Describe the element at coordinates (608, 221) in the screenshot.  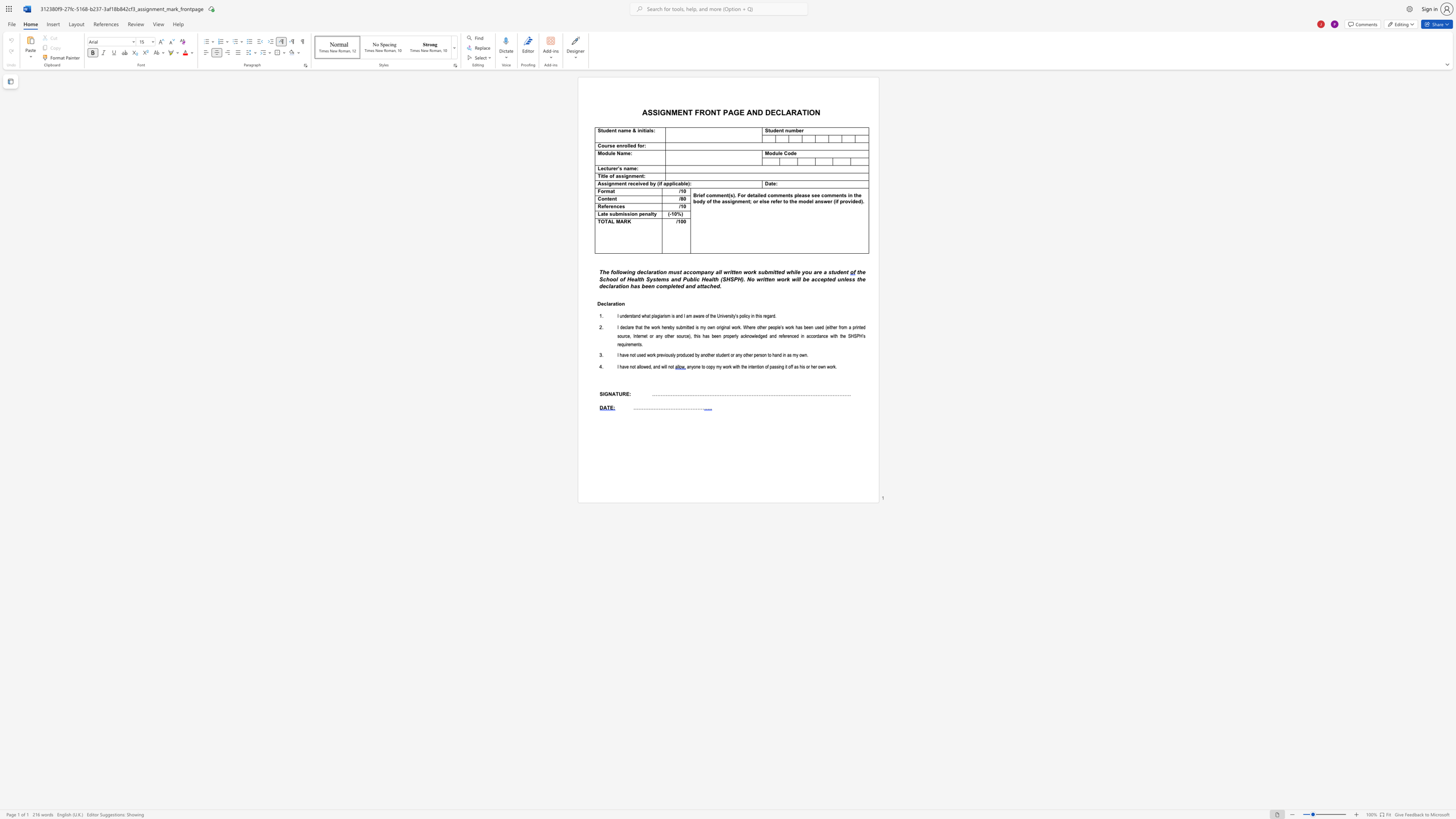
I see `the subset text "AL" within the text "TOTAL MARK"` at that location.